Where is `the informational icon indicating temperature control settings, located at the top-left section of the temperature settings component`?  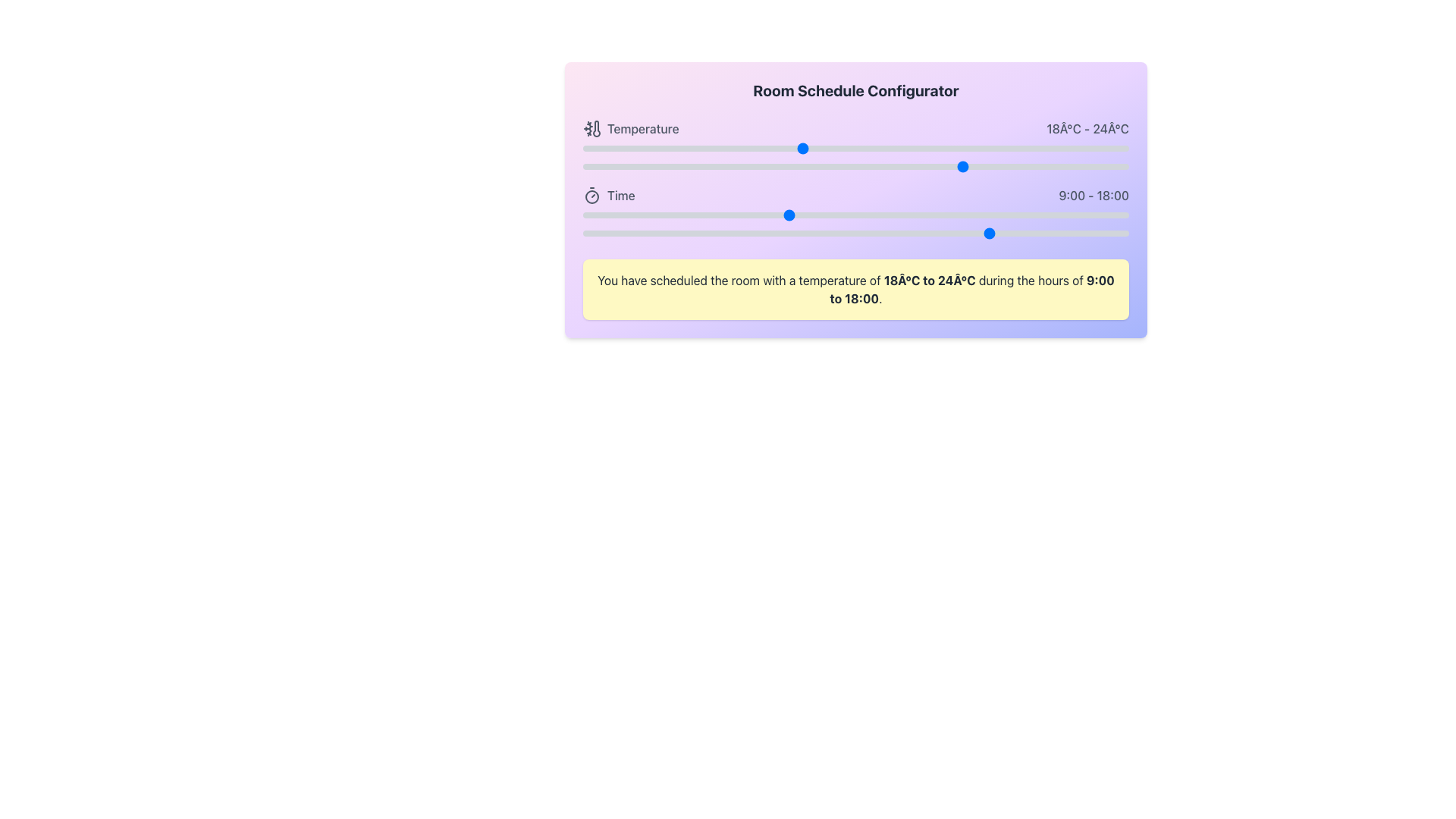 the informational icon indicating temperature control settings, located at the top-left section of the temperature settings component is located at coordinates (591, 127).